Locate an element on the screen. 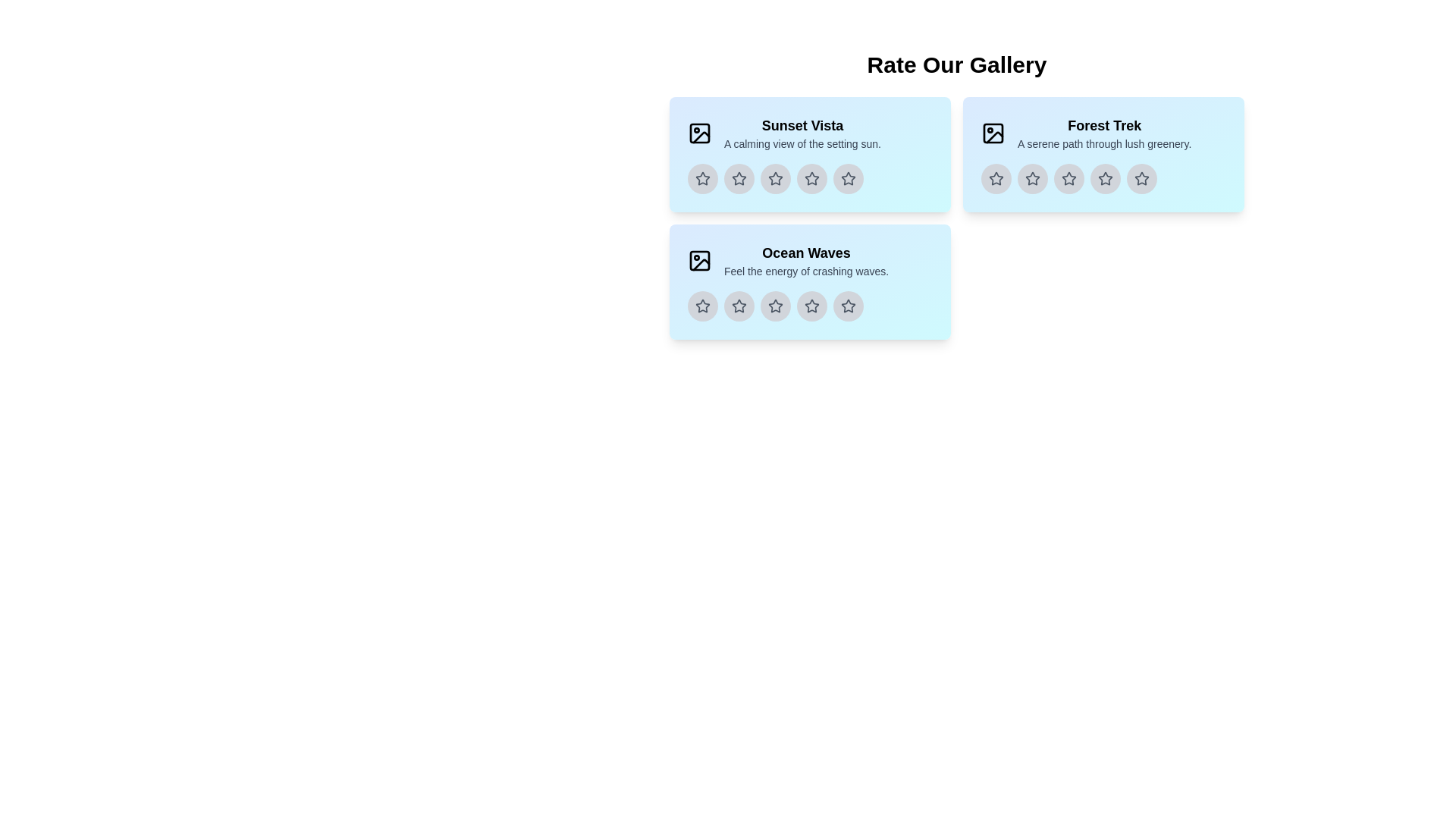  the fourth star icon in the rating section of the 'Ocean Waves' card is located at coordinates (811, 306).